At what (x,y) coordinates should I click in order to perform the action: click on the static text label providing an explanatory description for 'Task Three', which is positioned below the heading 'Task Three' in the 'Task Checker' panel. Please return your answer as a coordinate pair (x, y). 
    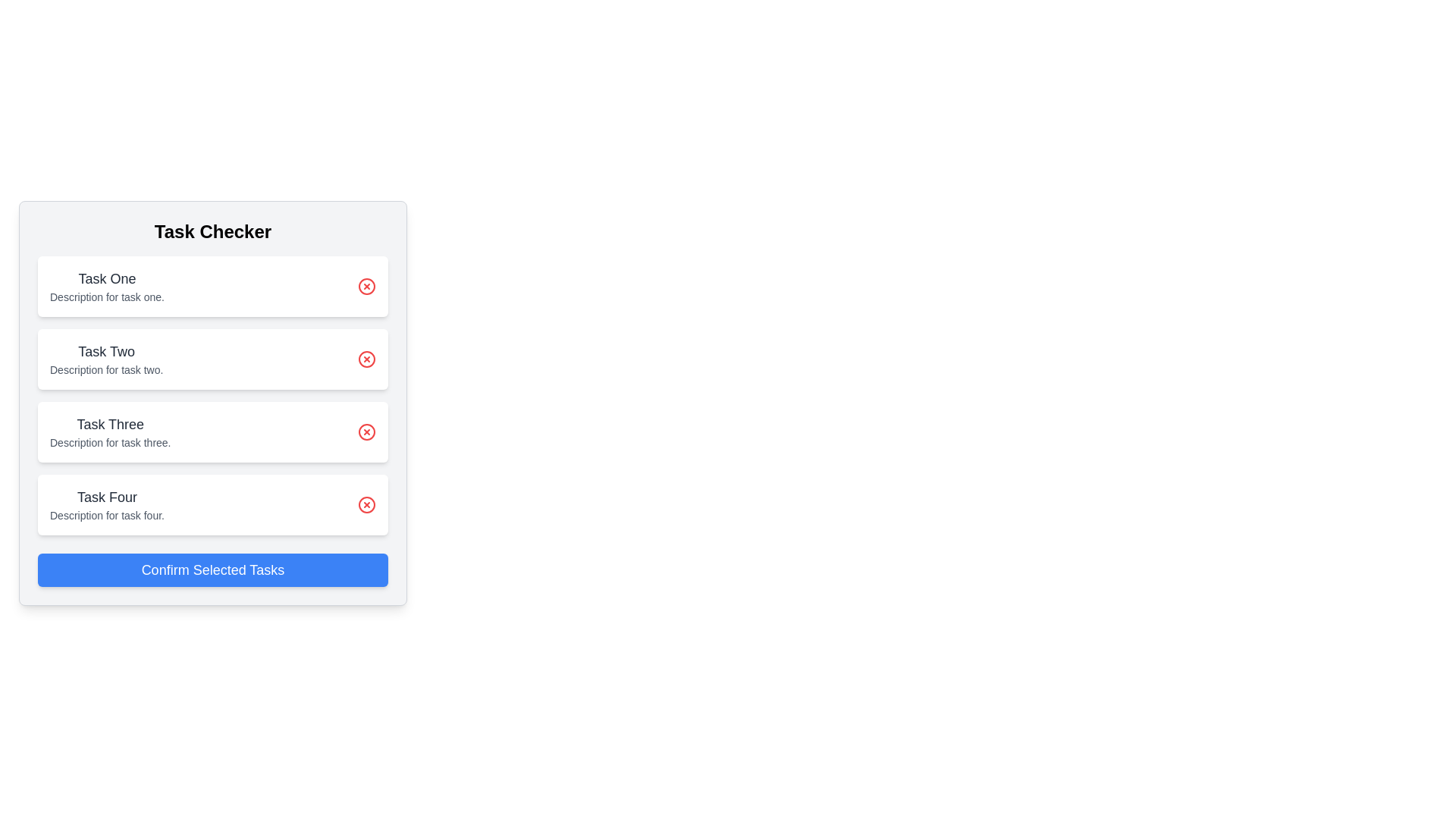
    Looking at the image, I should click on (109, 442).